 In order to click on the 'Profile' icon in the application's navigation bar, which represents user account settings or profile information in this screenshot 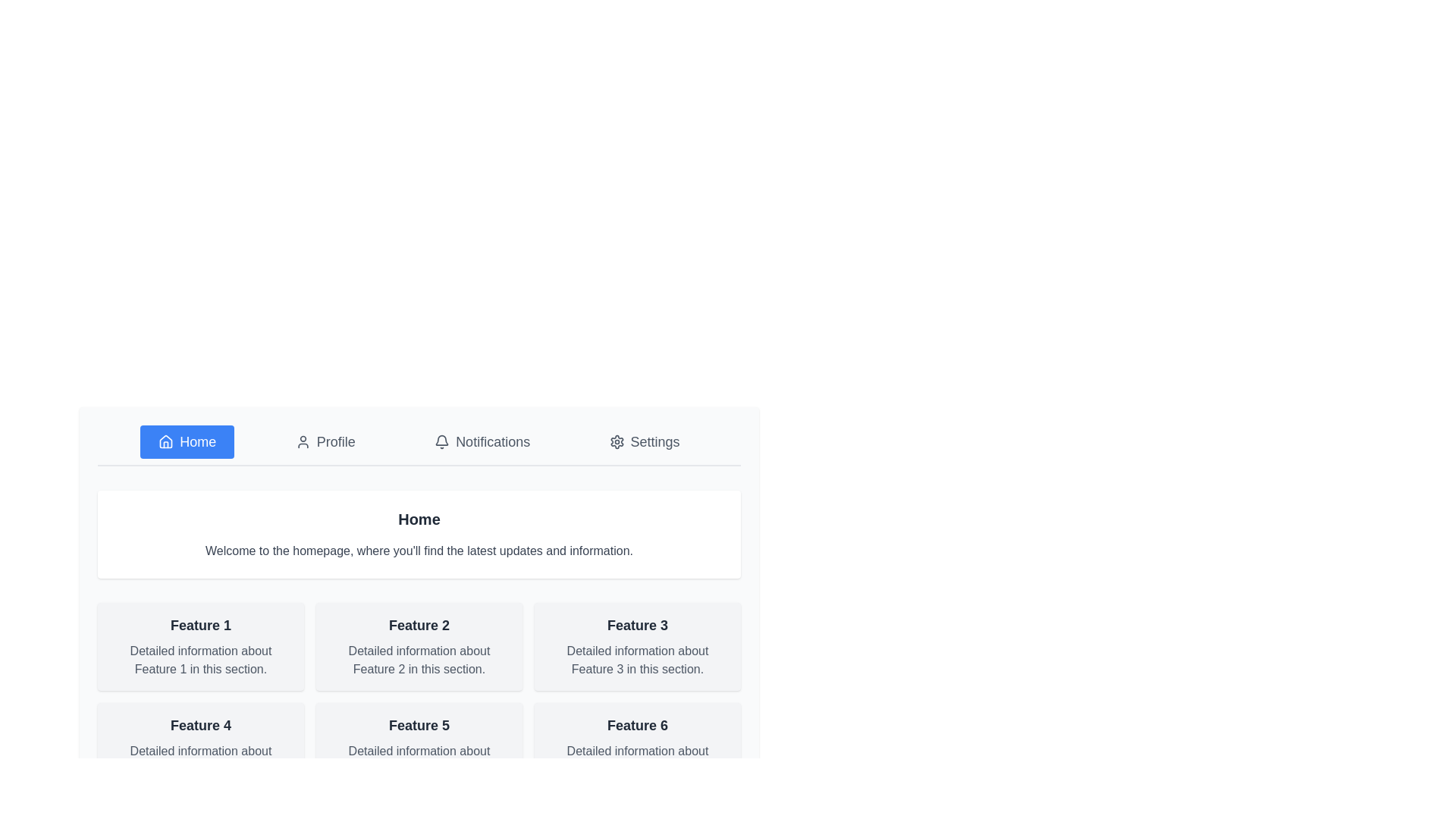, I will do `click(303, 441)`.